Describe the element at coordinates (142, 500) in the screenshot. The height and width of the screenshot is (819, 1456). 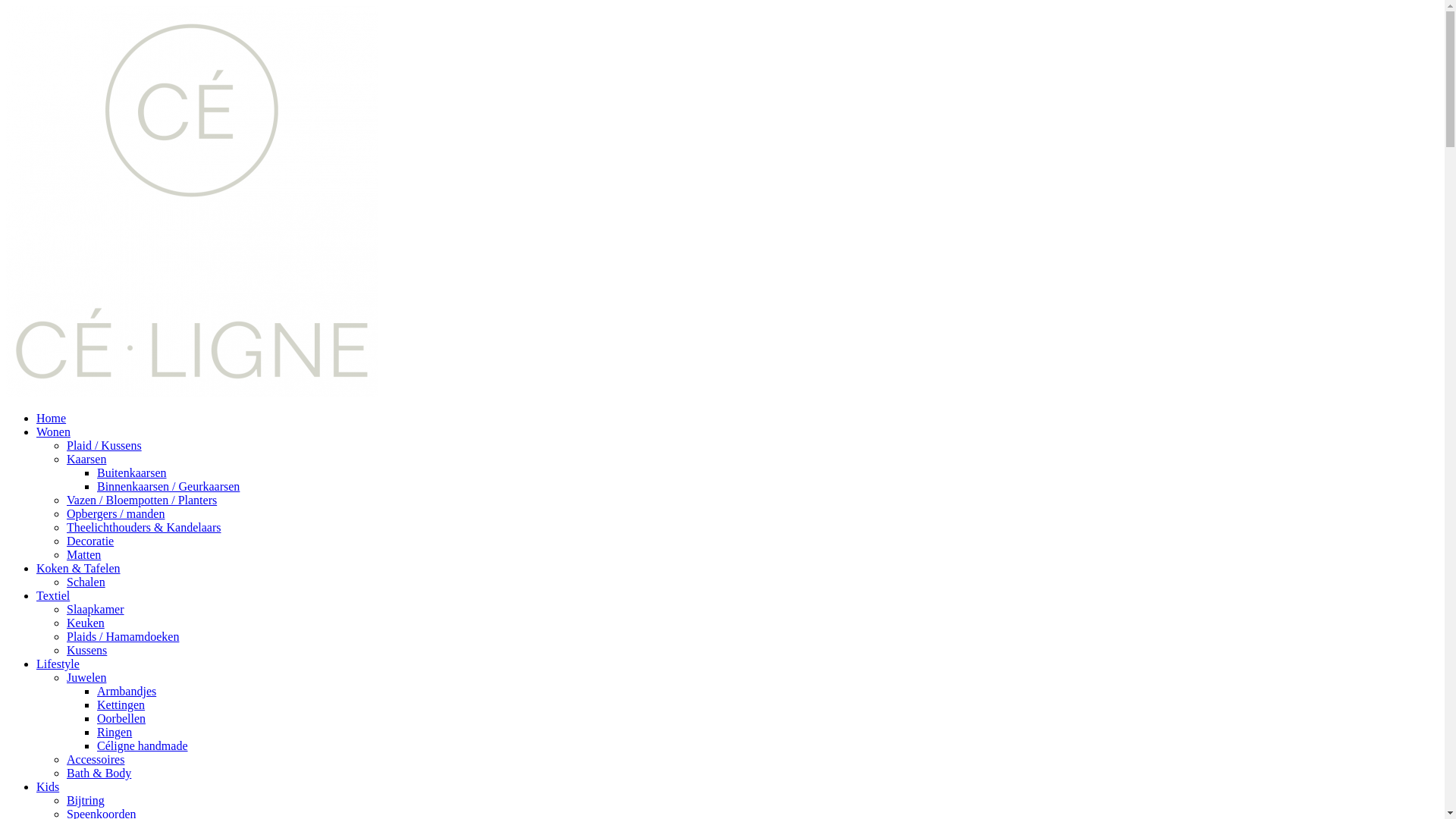
I see `'Vazen / Bloempotten / Planters'` at that location.